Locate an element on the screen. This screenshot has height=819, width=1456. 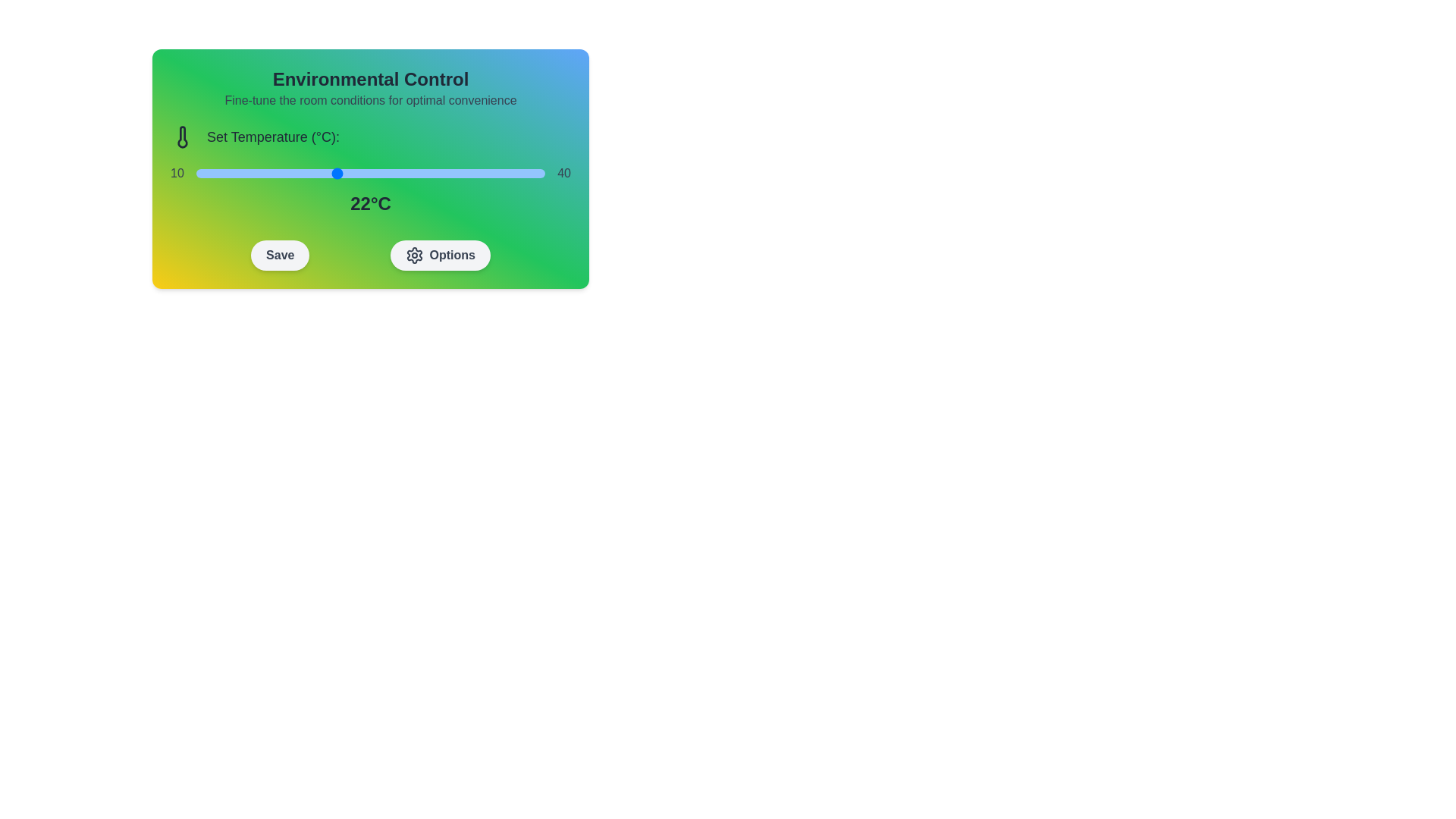
the thermometer icon located in the 'Set Temperature (°C):' section, which is styled in black with a circular base and slender shaft, positioned to the left of the text label is located at coordinates (182, 137).